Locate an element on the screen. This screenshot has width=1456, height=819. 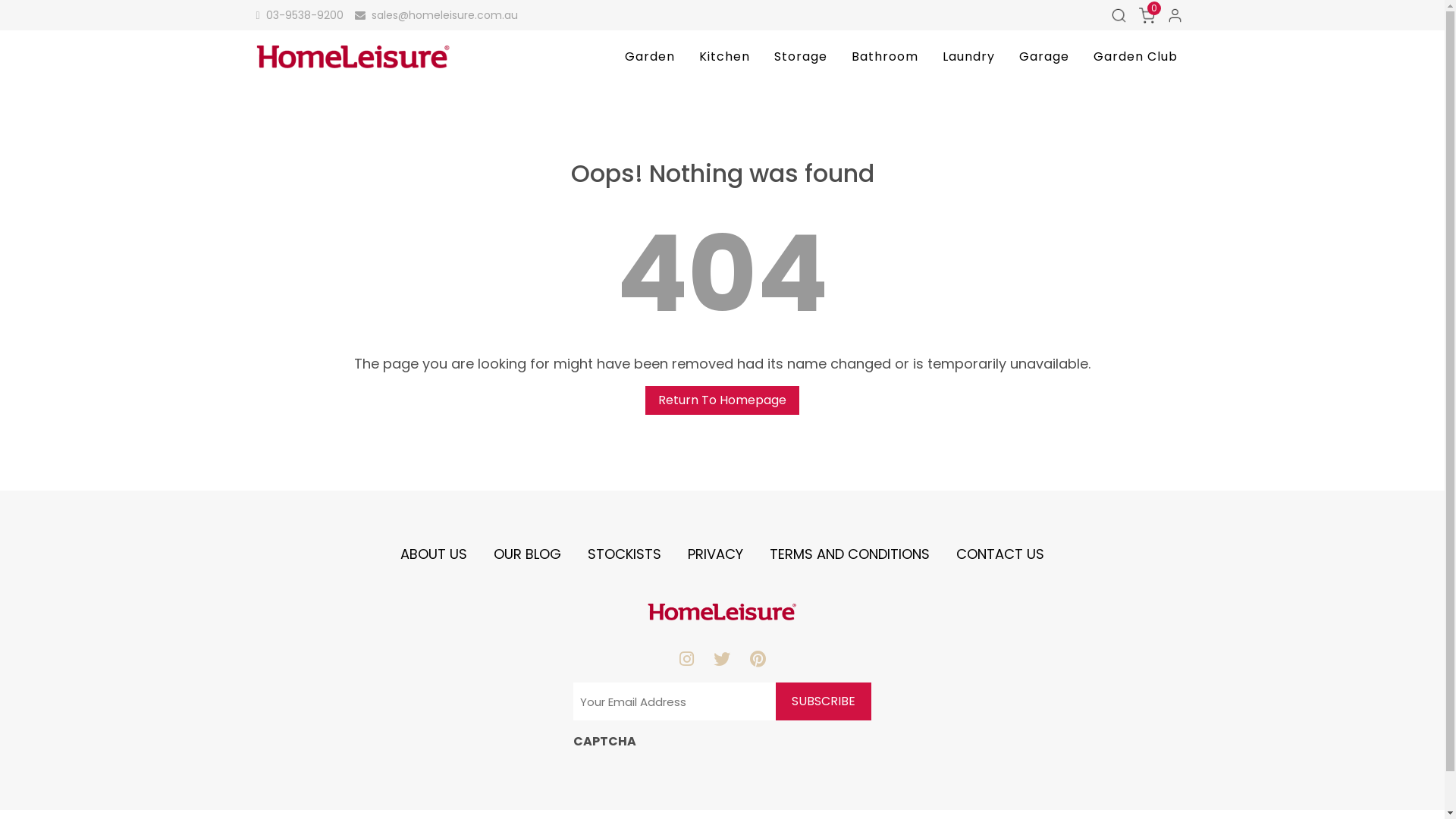
'0' is located at coordinates (1147, 14).